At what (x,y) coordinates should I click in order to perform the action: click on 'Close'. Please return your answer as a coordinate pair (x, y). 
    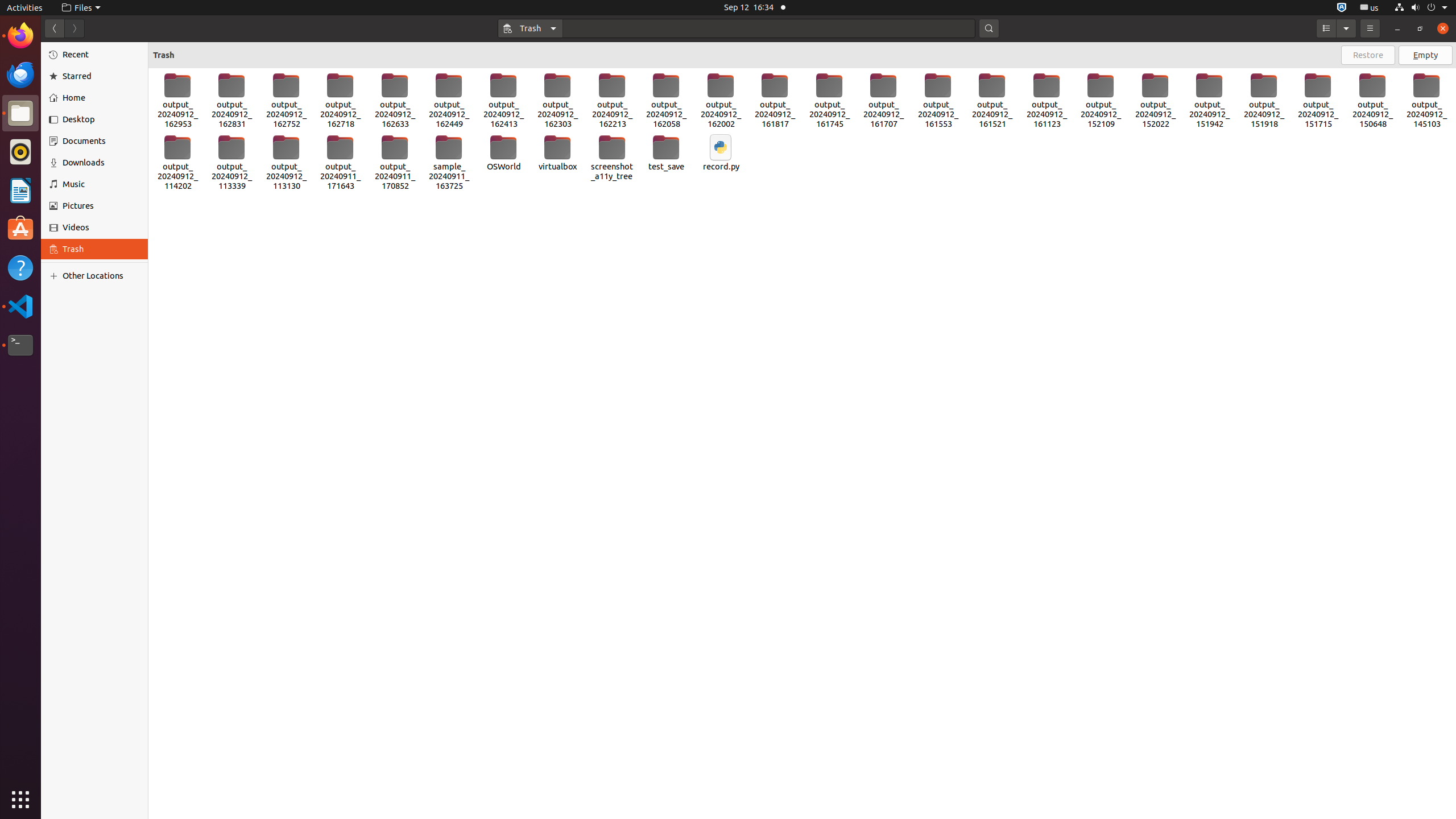
    Looking at the image, I should click on (1442, 28).